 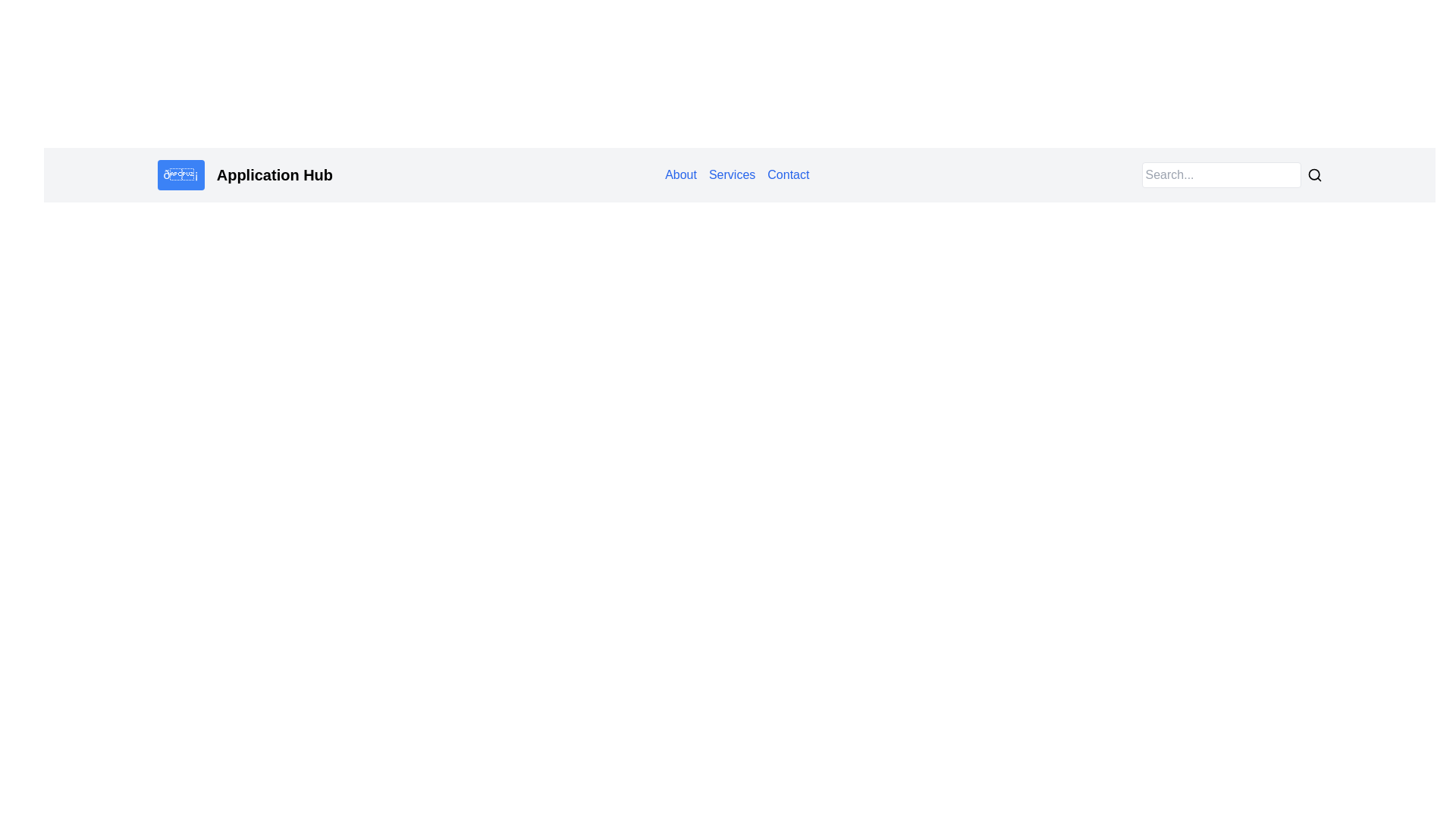 What do you see at coordinates (739, 174) in the screenshot?
I see `the gray-colored navigation bar at the top-center of the page` at bounding box center [739, 174].